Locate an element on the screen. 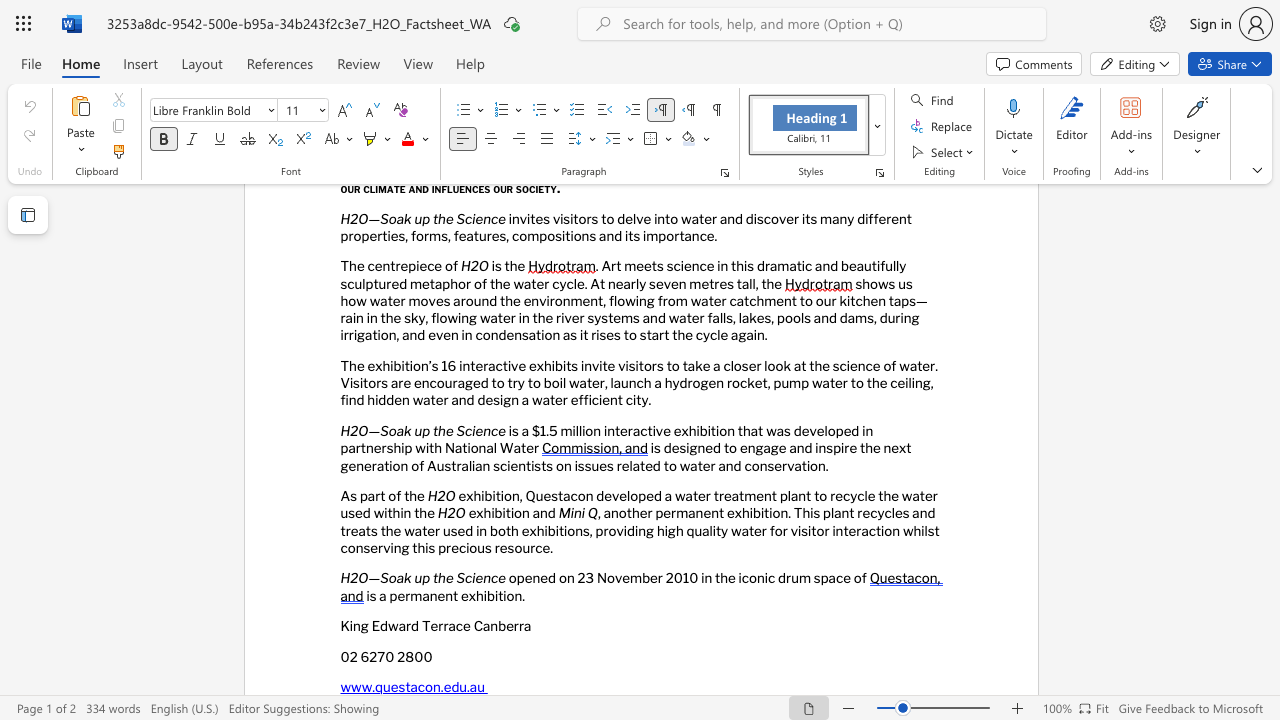 The image size is (1280, 720). the subset text "con.edu.au" within the text "www.questacon.edu.au" is located at coordinates (416, 686).